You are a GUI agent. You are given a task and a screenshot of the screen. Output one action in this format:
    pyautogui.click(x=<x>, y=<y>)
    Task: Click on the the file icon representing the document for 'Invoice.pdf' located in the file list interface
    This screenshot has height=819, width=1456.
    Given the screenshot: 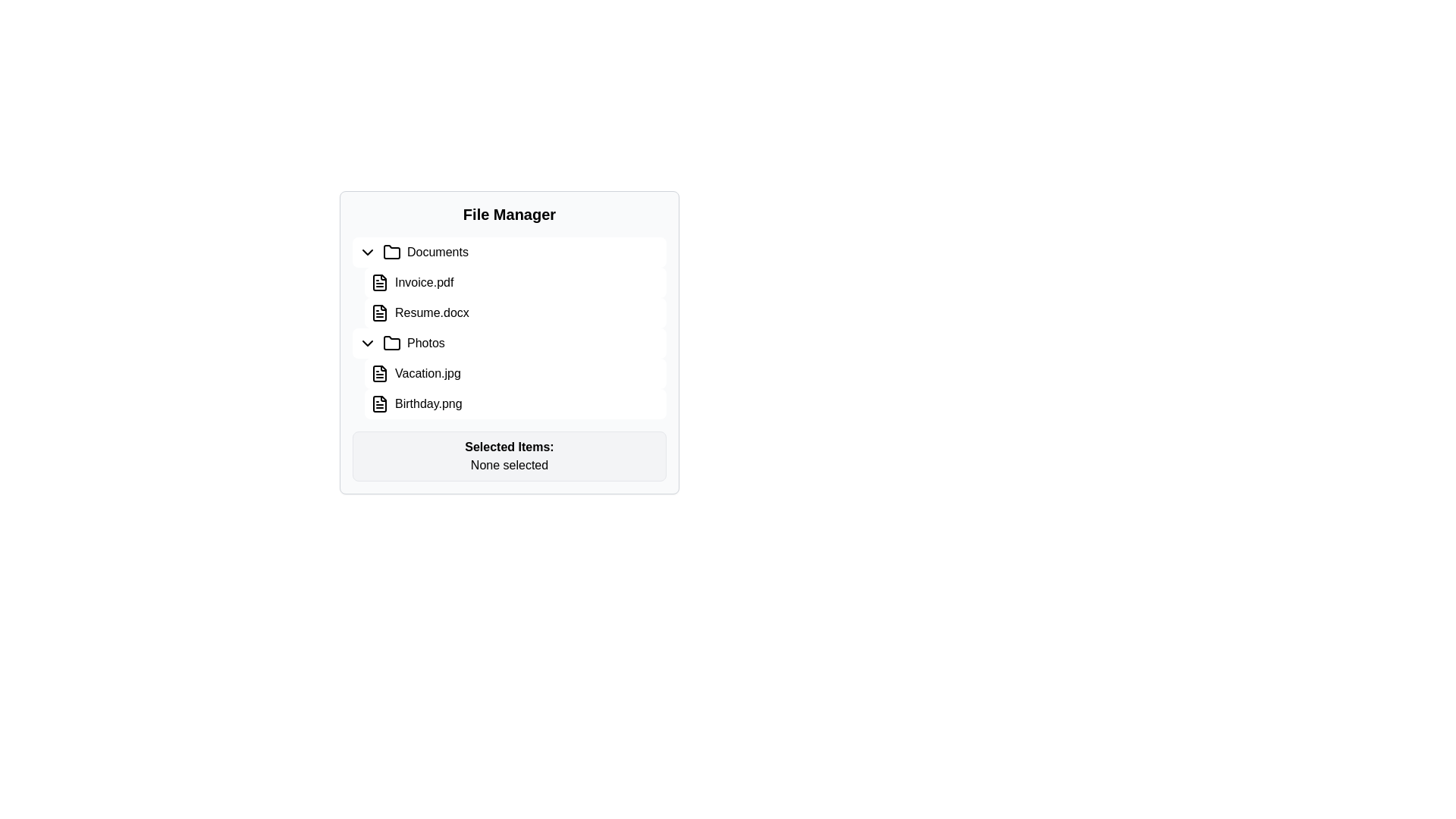 What is the action you would take?
    pyautogui.click(x=379, y=283)
    